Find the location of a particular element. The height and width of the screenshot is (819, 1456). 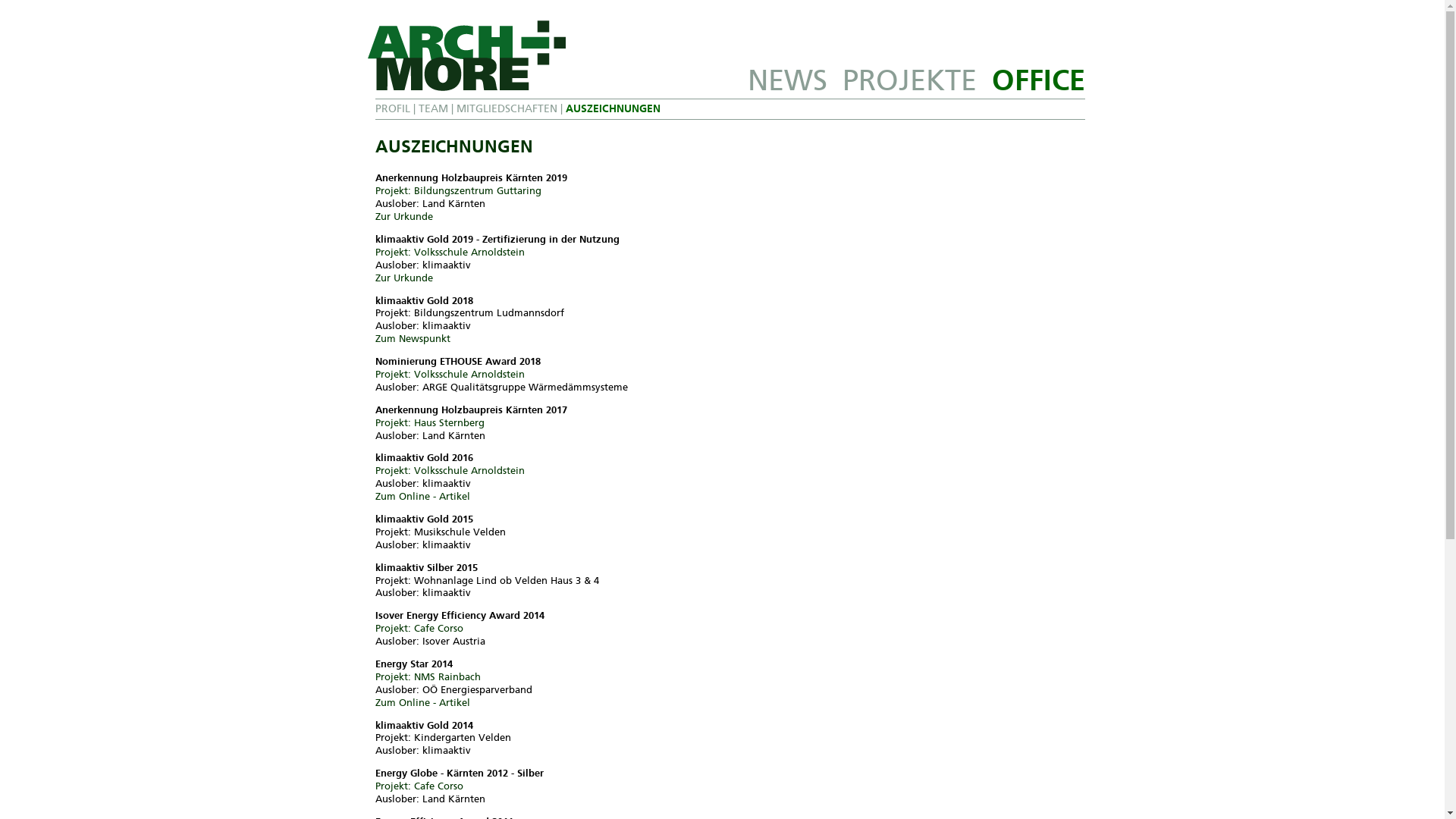

'Zum Online - Artikel' is located at coordinates (422, 496).